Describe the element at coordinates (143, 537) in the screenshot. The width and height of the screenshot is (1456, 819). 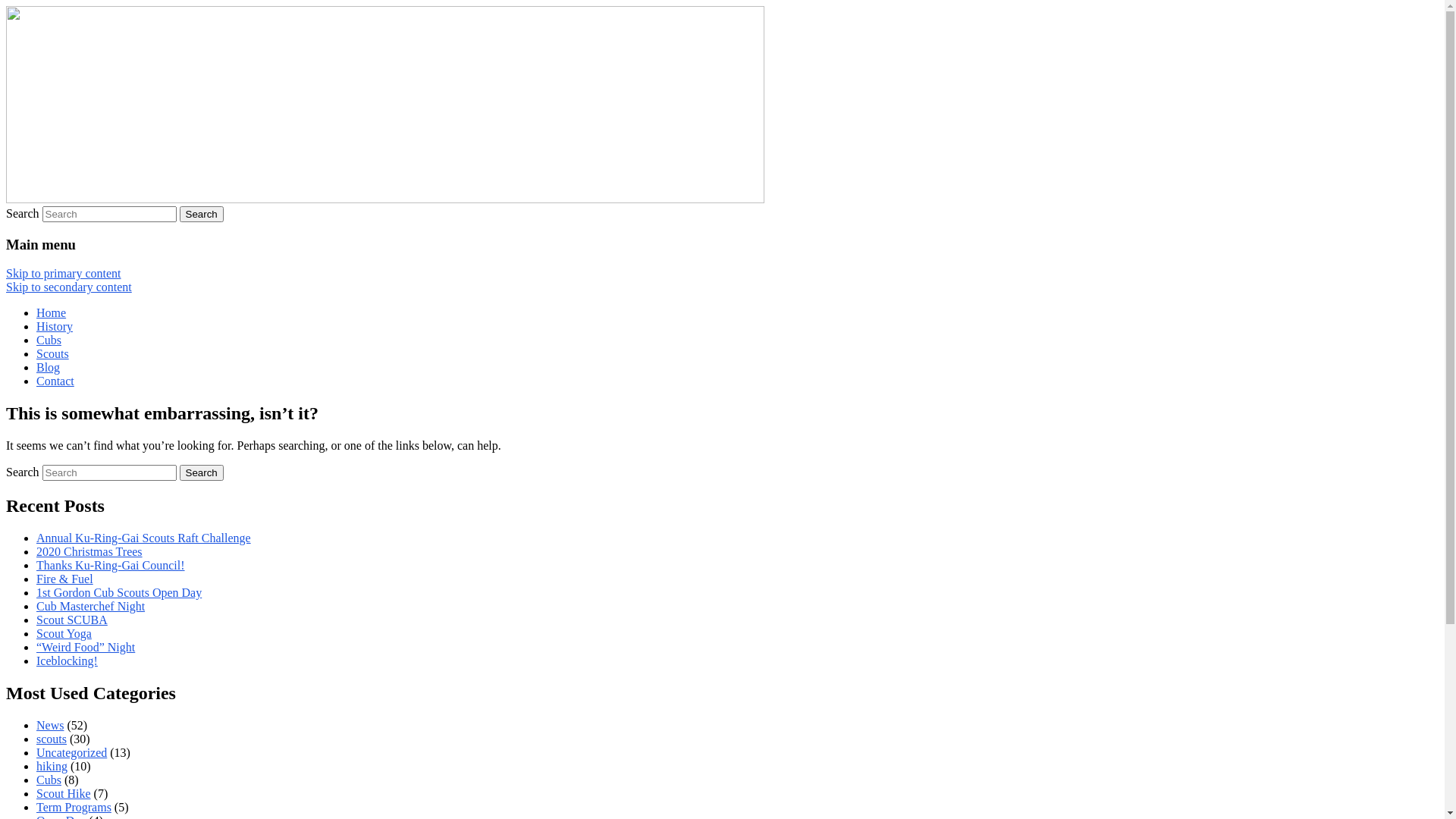
I see `'Annual Ku-Ring-Gai Scouts Raft Challenge'` at that location.